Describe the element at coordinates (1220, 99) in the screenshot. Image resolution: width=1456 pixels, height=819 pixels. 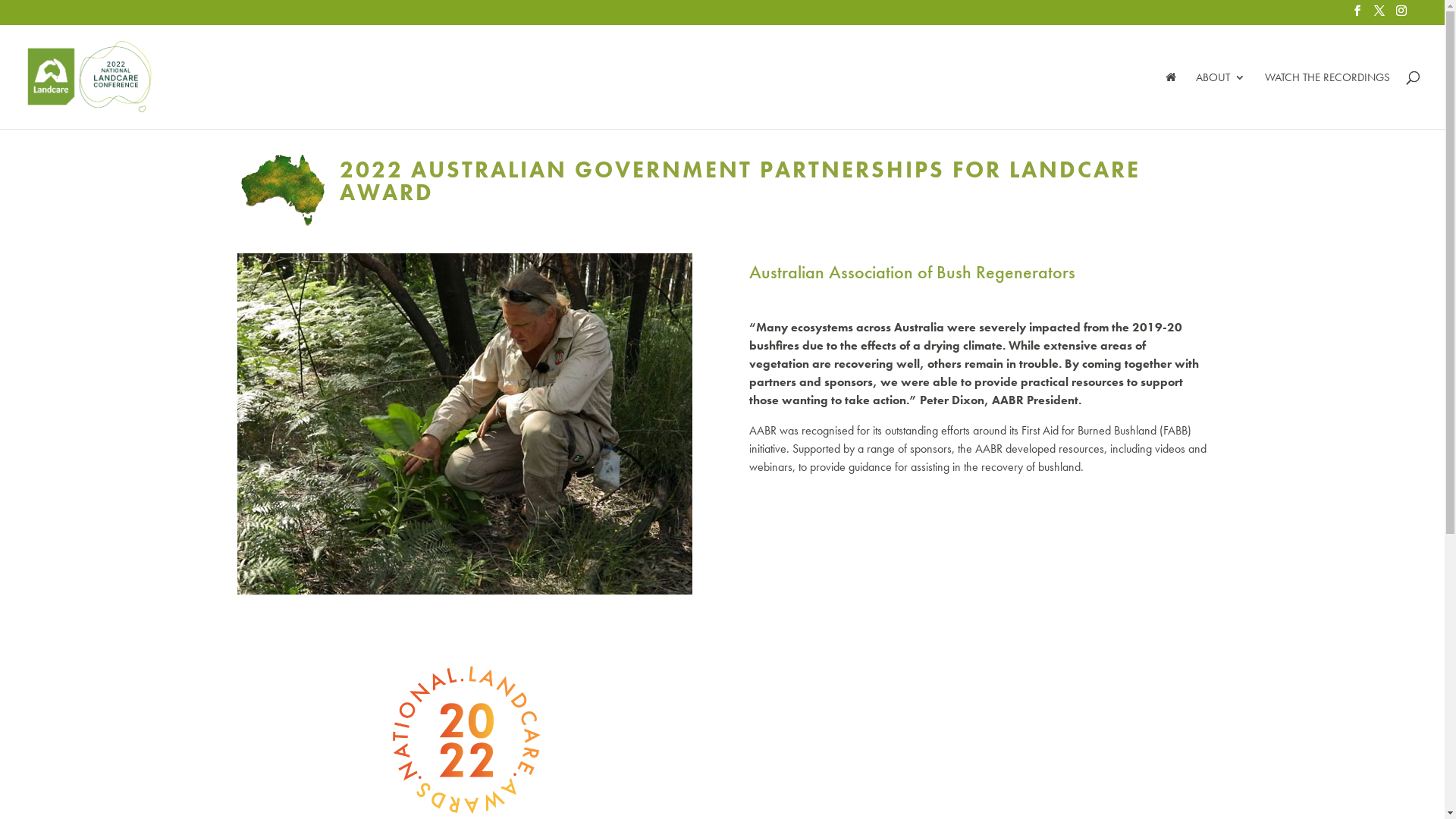
I see `'ABOUT'` at that location.